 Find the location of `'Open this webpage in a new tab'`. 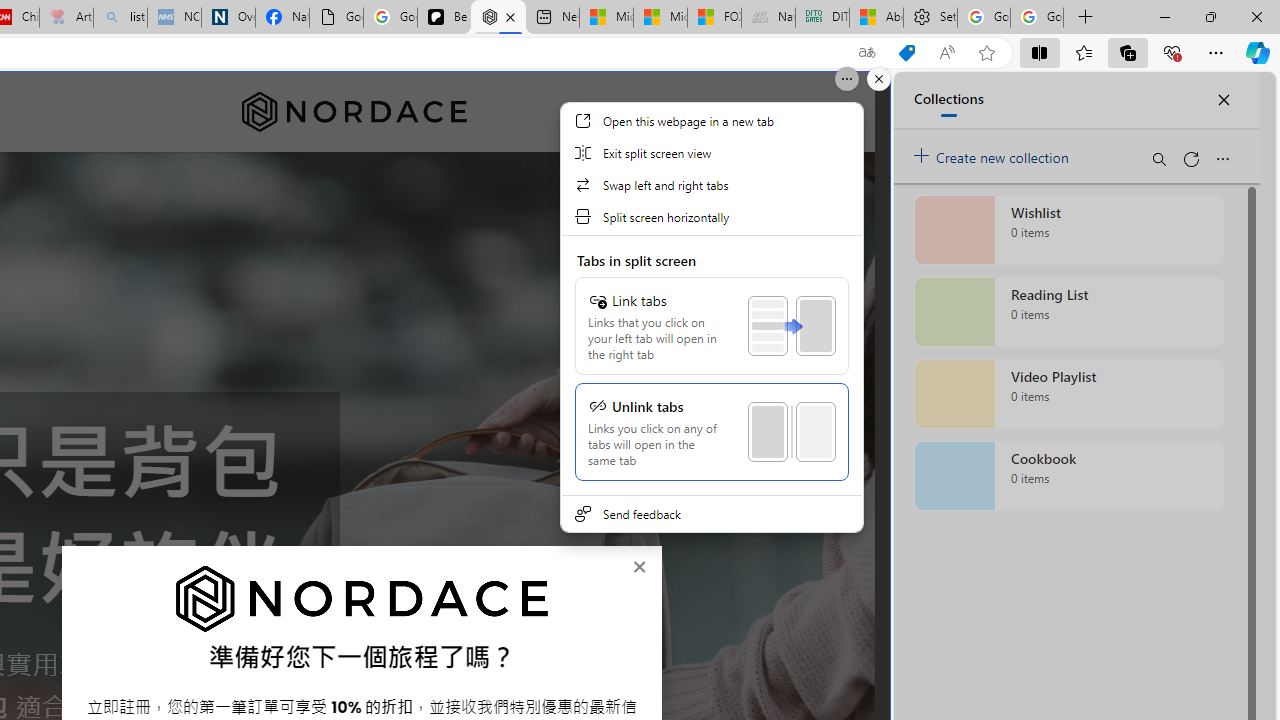

'Open this webpage in a new tab' is located at coordinates (711, 120).